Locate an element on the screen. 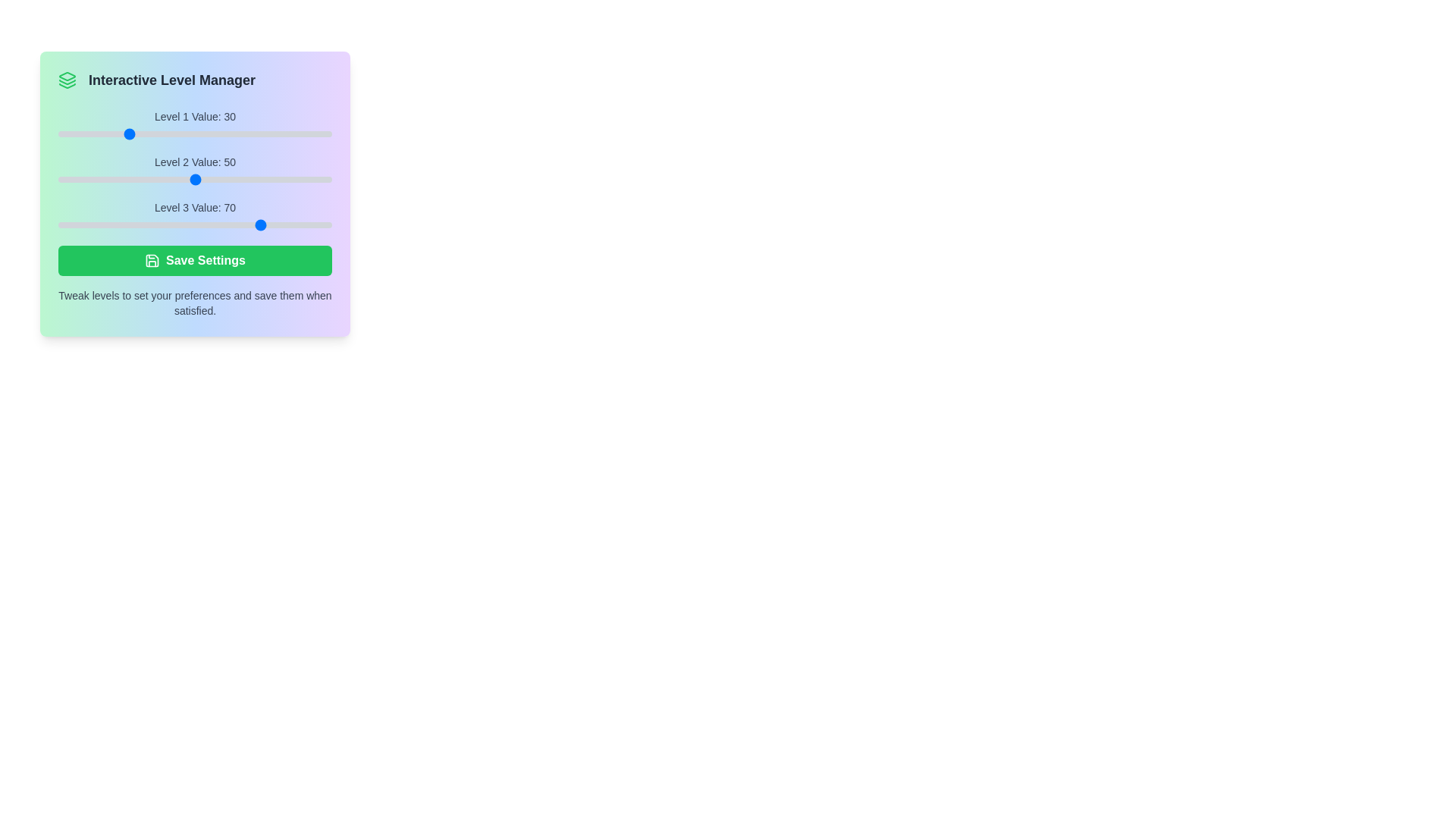  the Level 3 Value slider is located at coordinates (303, 225).